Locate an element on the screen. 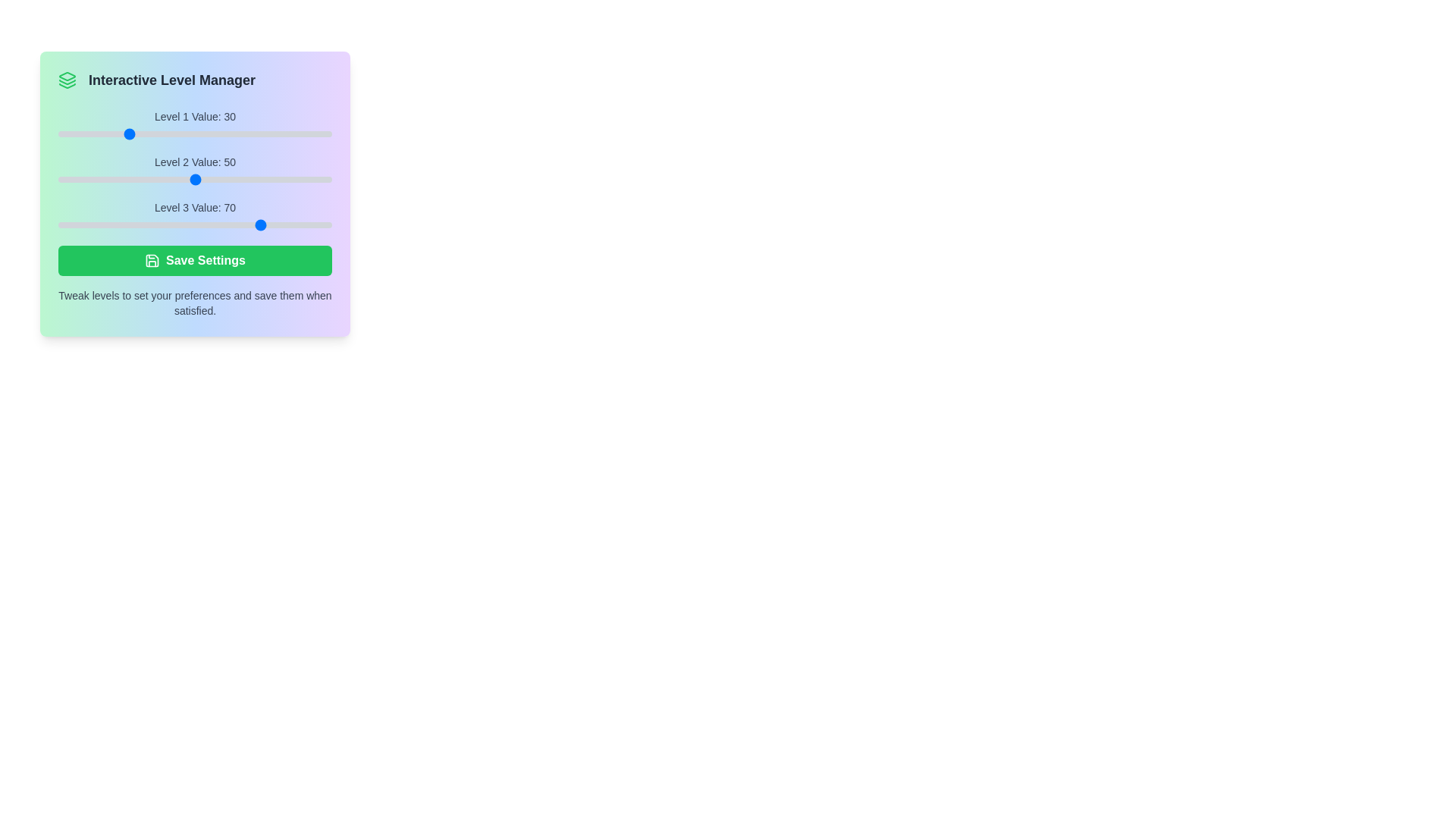  the Level 3 Value slider is located at coordinates (303, 225).